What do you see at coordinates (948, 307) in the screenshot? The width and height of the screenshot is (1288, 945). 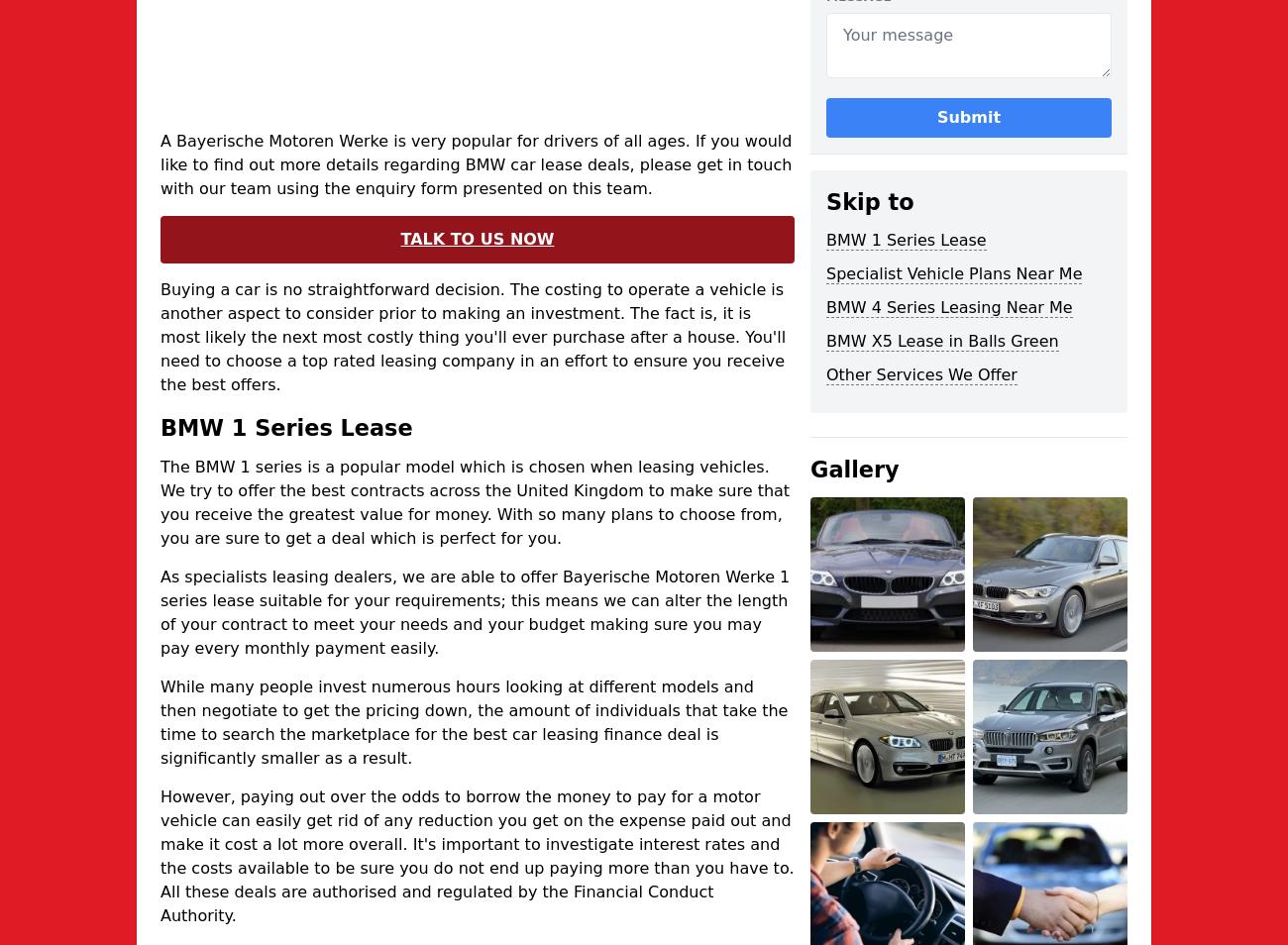 I see `'BMW 4 Series Leasing Near Me'` at bounding box center [948, 307].